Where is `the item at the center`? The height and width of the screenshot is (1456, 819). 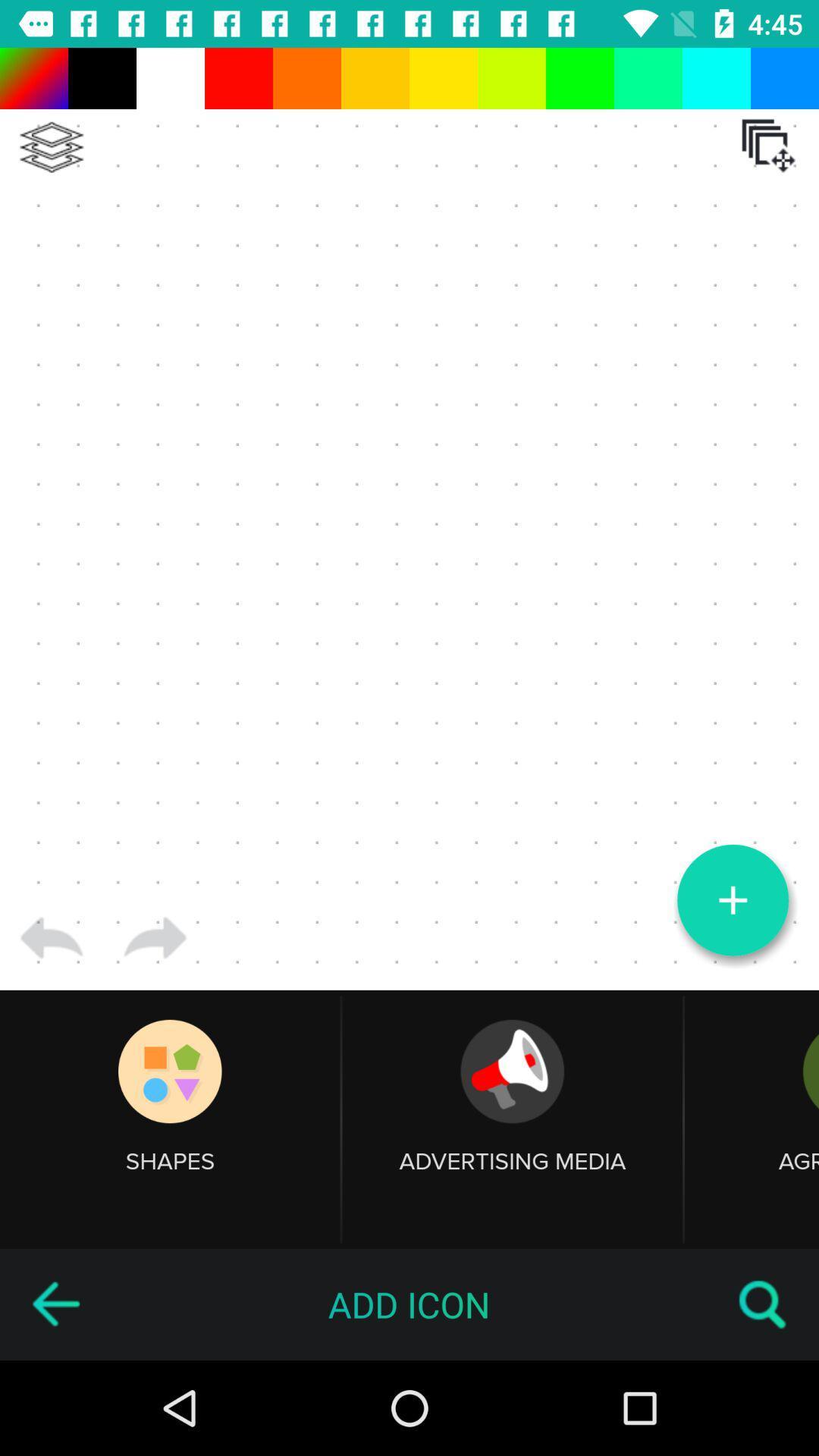
the item at the center is located at coordinates (409, 519).